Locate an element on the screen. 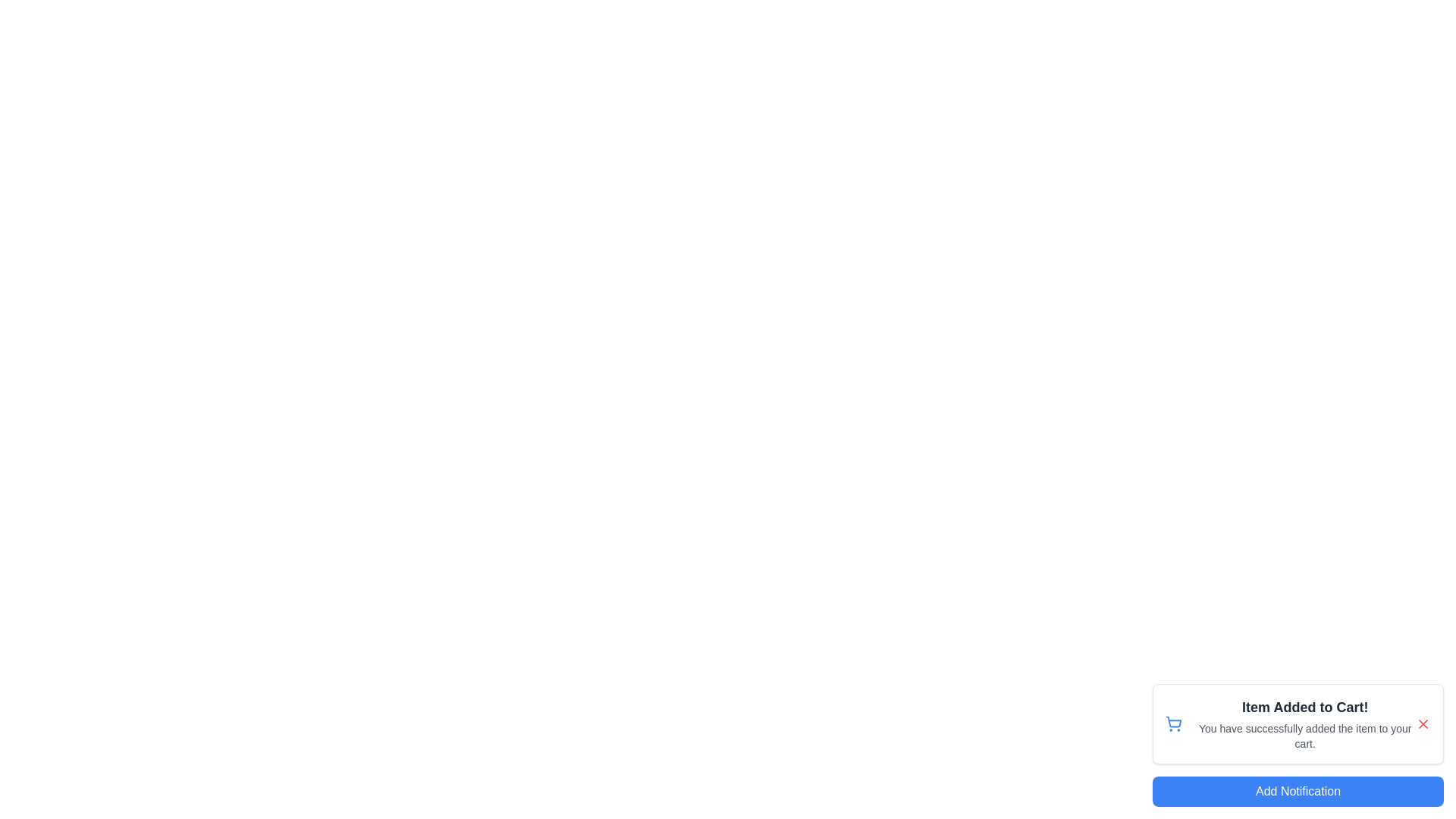 The width and height of the screenshot is (1456, 819). the 'X' icon used for closing or dismissing elements, which is part of an SVG component located at the bottom center of the interface, aligned with a notification box is located at coordinates (1422, 723).